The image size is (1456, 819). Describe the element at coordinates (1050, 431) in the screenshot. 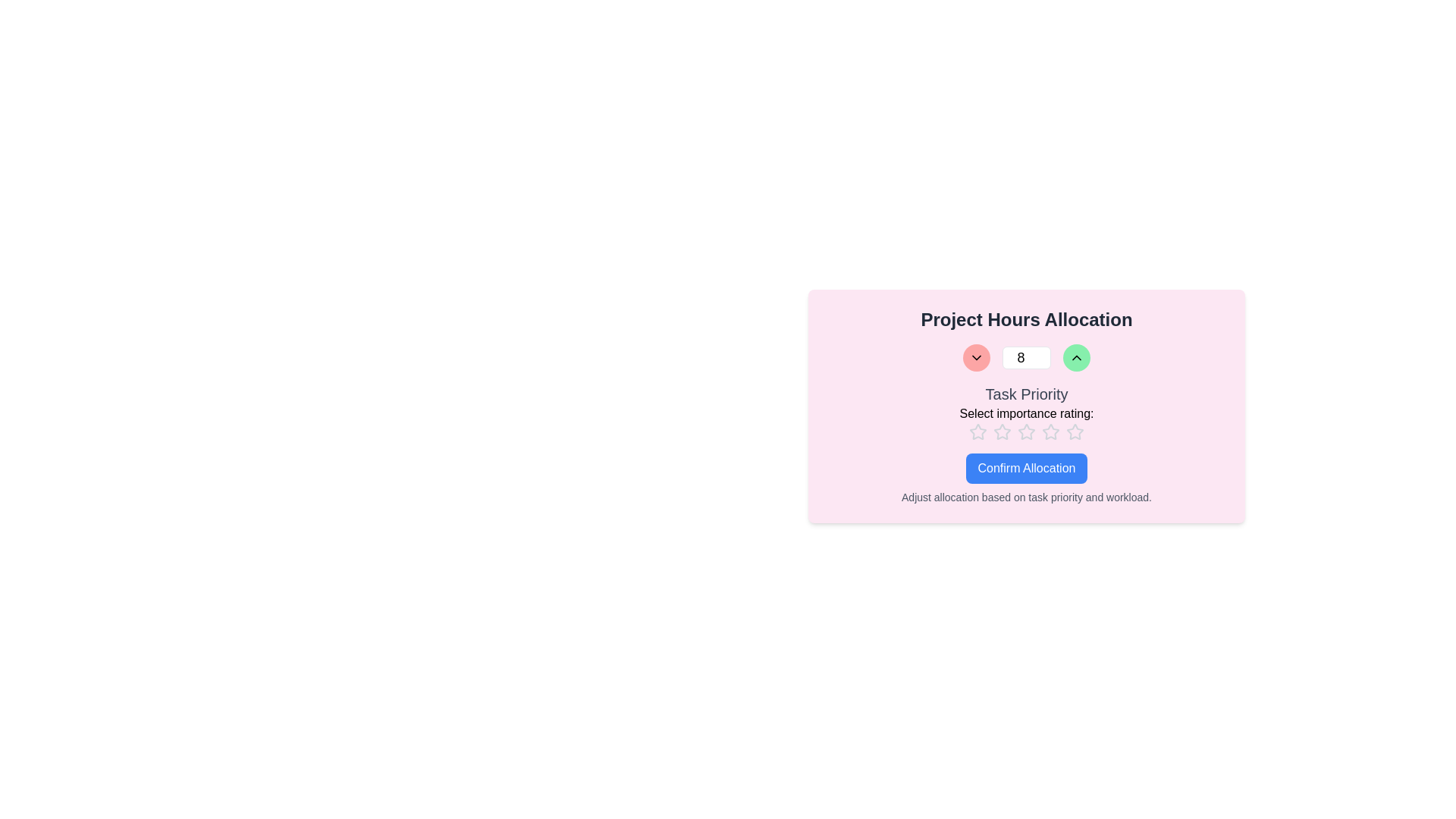

I see `the third star icon from the left in the rating bar below the 'Task Priority' heading` at that location.